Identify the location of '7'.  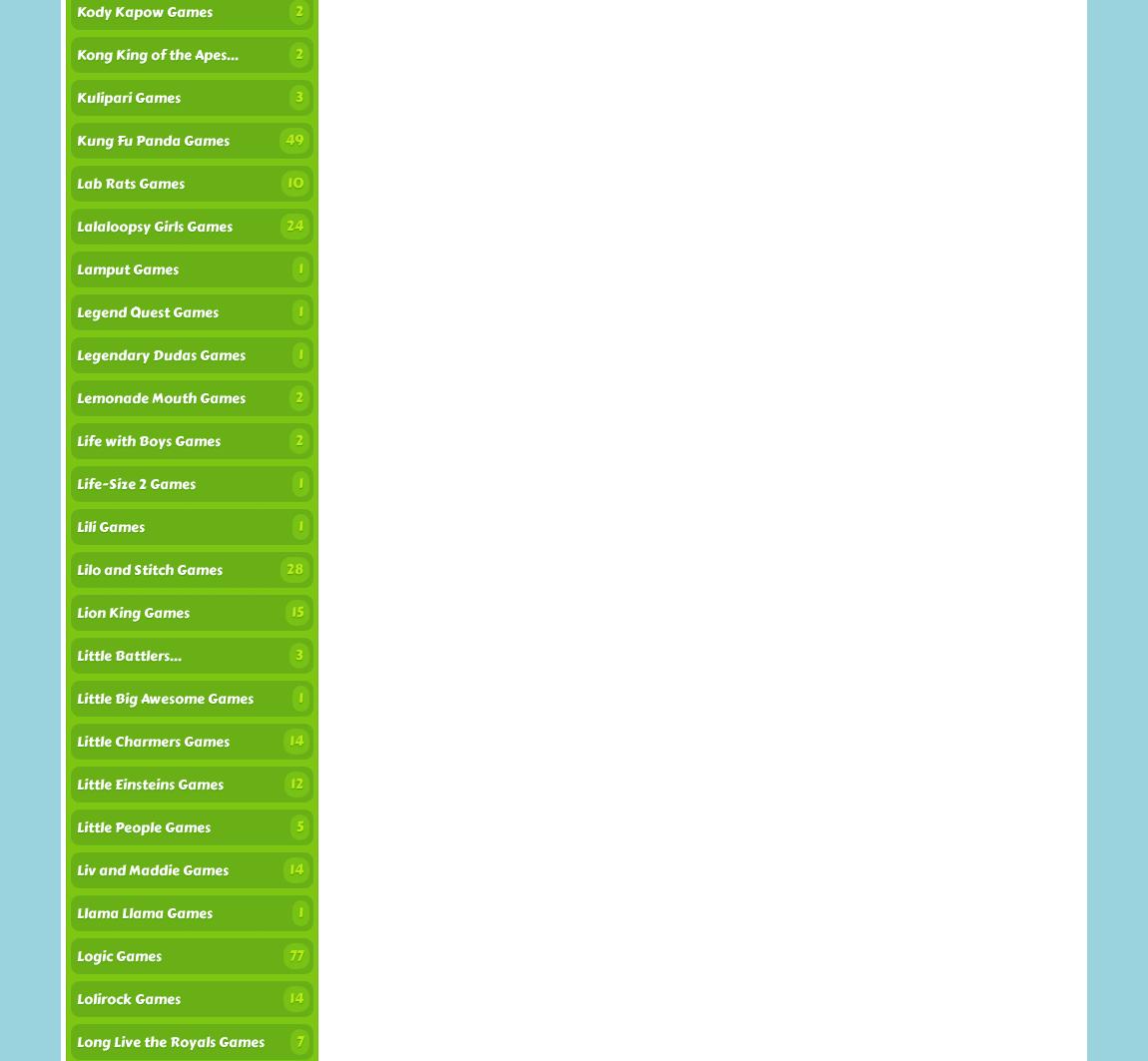
(296, 1040).